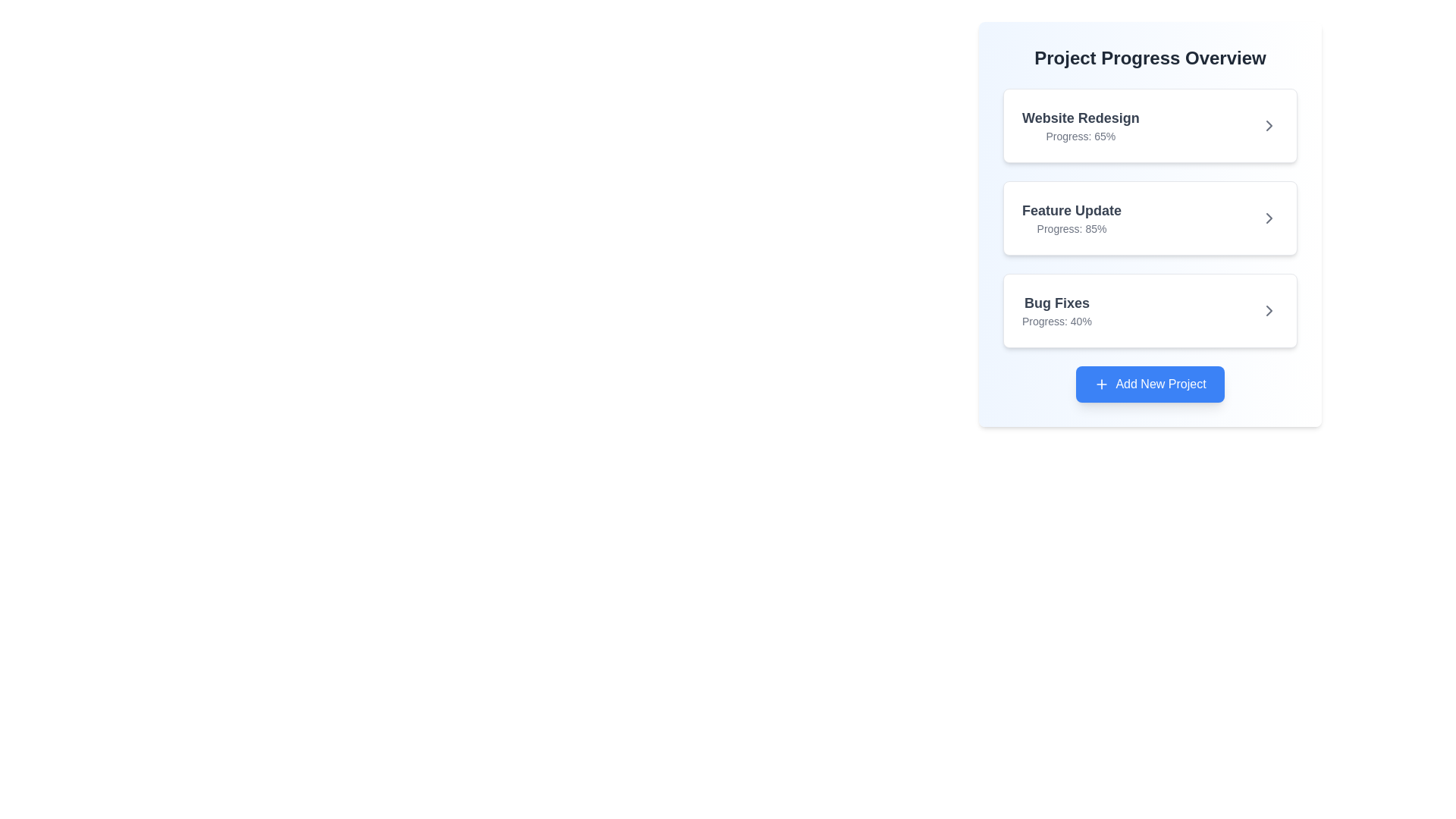 The width and height of the screenshot is (1456, 819). What do you see at coordinates (1269, 124) in the screenshot?
I see `the navigational arrow icon located at the far right of the 'Website Redesign' list item to change its appearance` at bounding box center [1269, 124].